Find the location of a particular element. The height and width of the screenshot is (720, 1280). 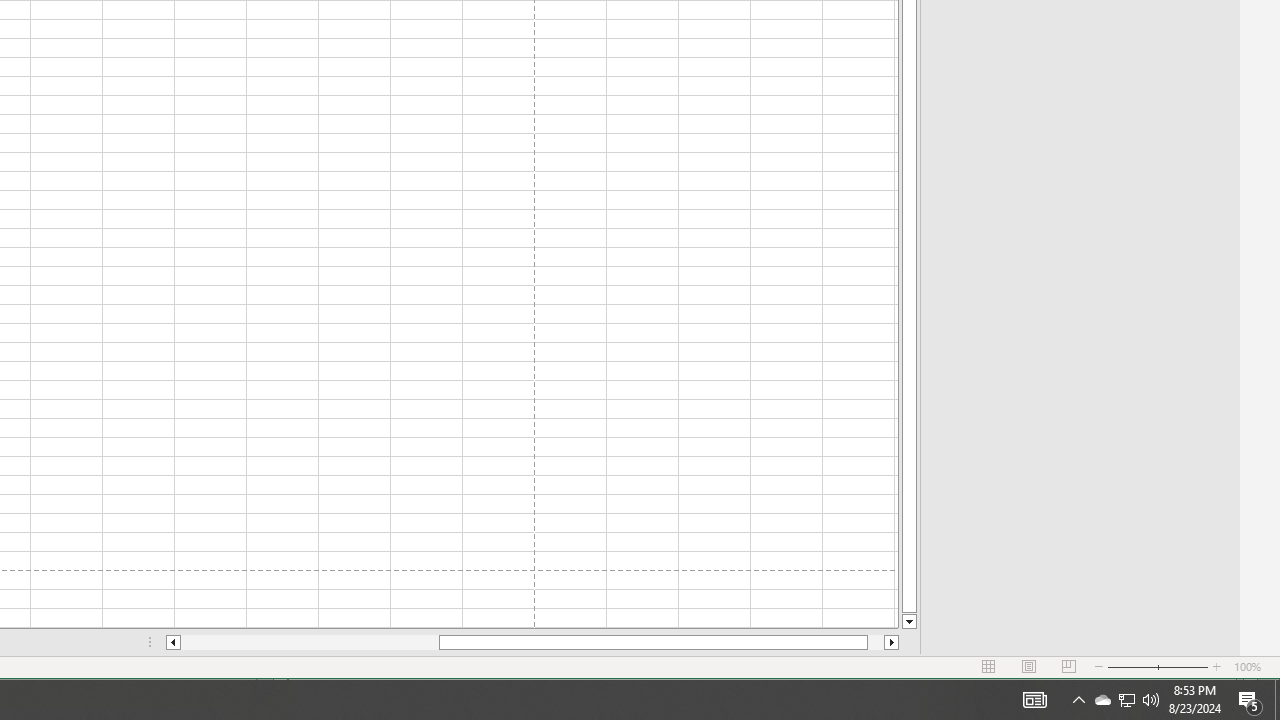

'Page left' is located at coordinates (308, 642).